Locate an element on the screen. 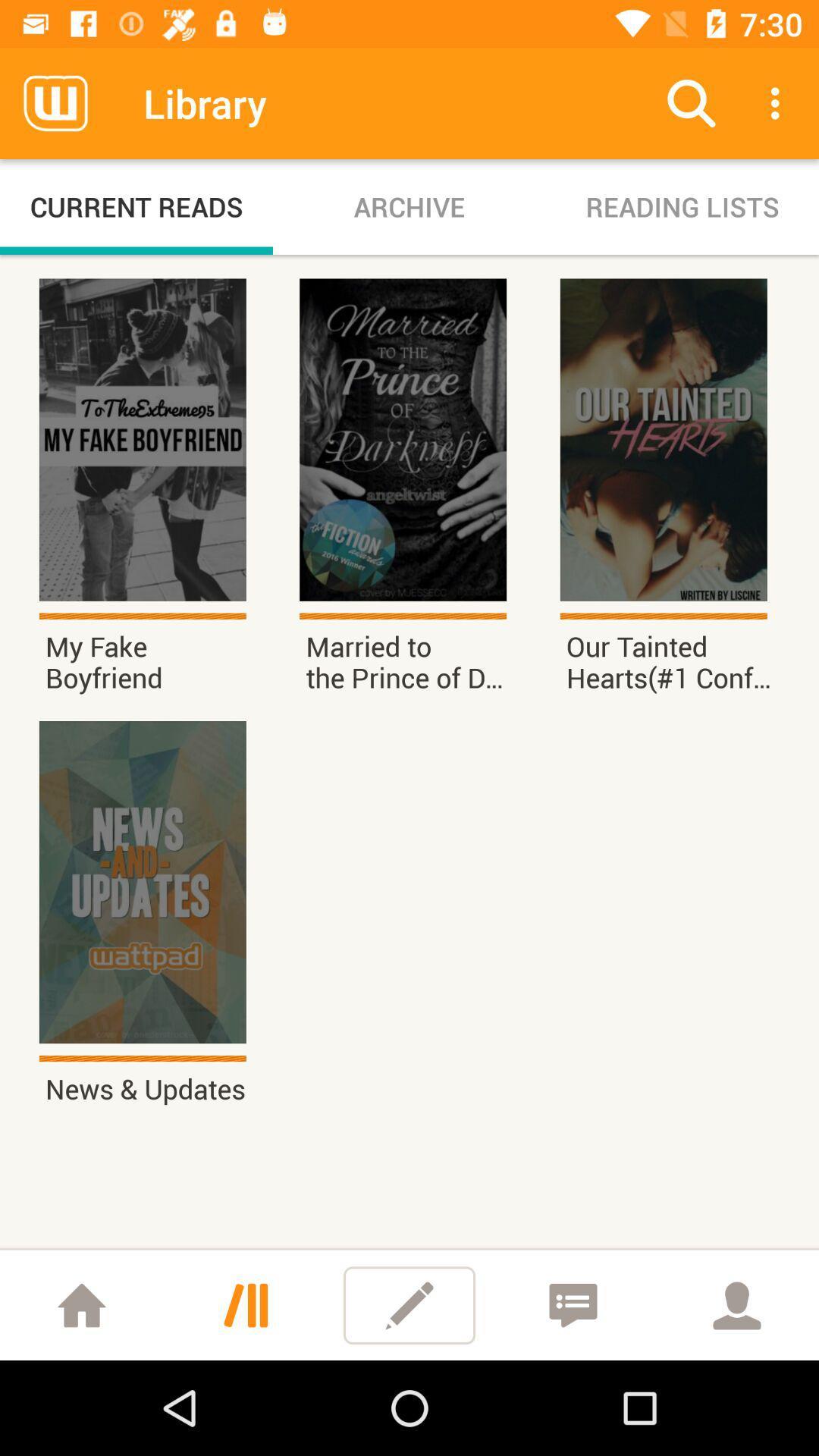 Image resolution: width=819 pixels, height=1456 pixels. icon to the left of the library icon is located at coordinates (55, 102).